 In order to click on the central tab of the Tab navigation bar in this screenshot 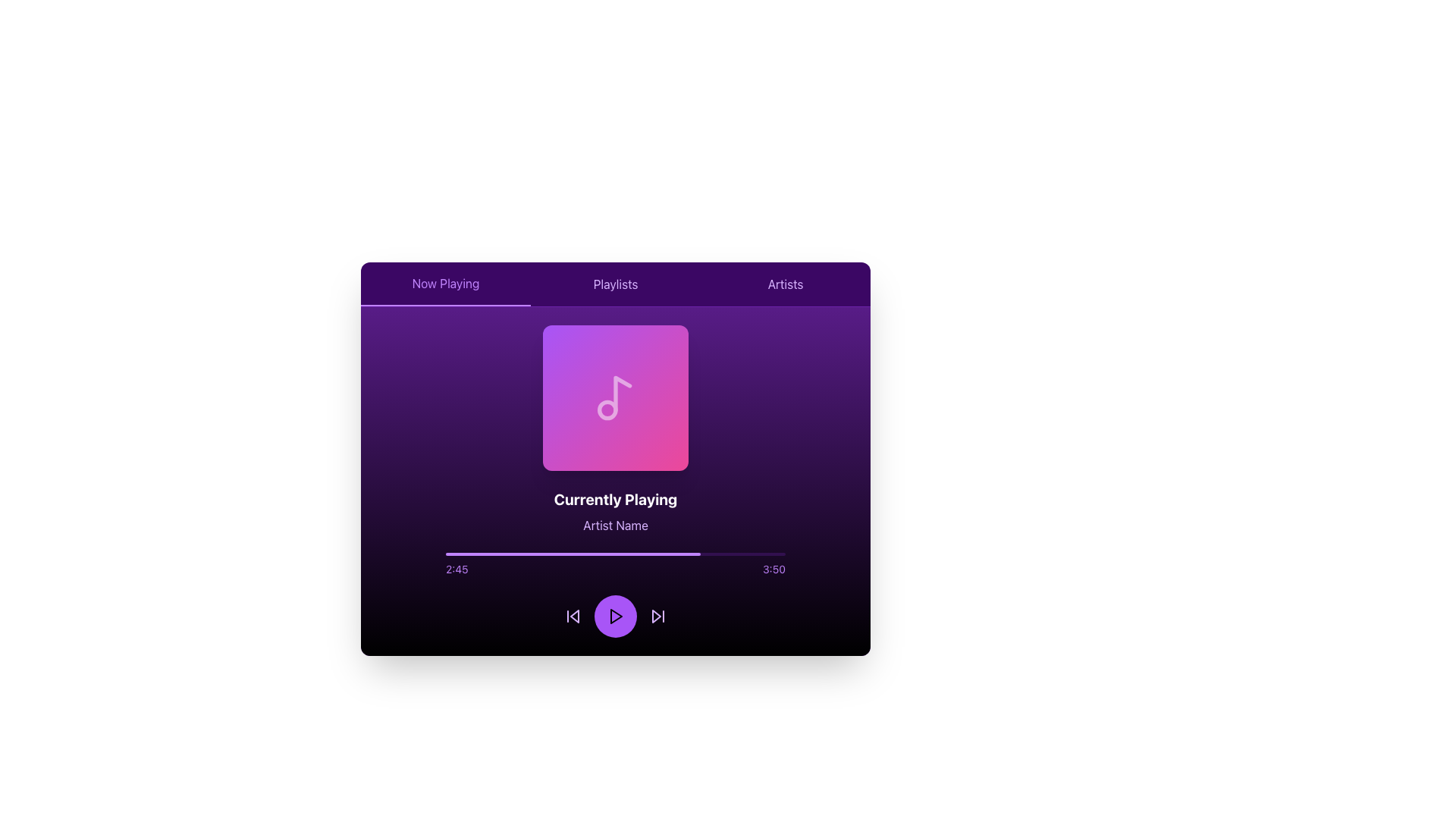, I will do `click(615, 284)`.